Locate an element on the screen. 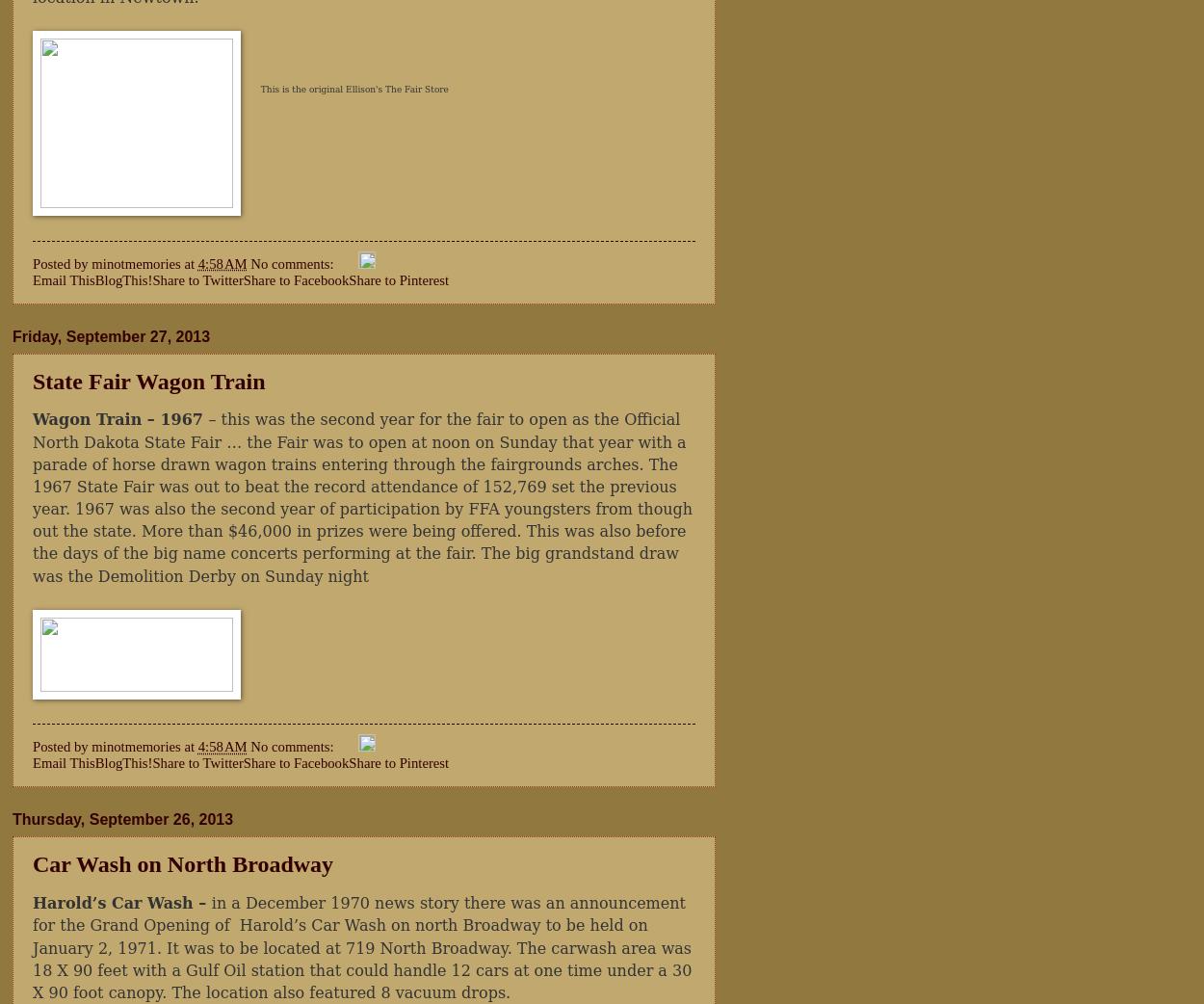 This screenshot has height=1004, width=1204. 'Harold’s Car Wash on north Broadway to be held on January 2, 1971. It
was to be located at 719 North Broadway. The carwash area was 18 X 90 feet with
a Gulf Oil station that could handle 12 cars at one time under a 30 X 90 foot
canopy. The location also featured 8 vacuum drops.' is located at coordinates (362, 959).